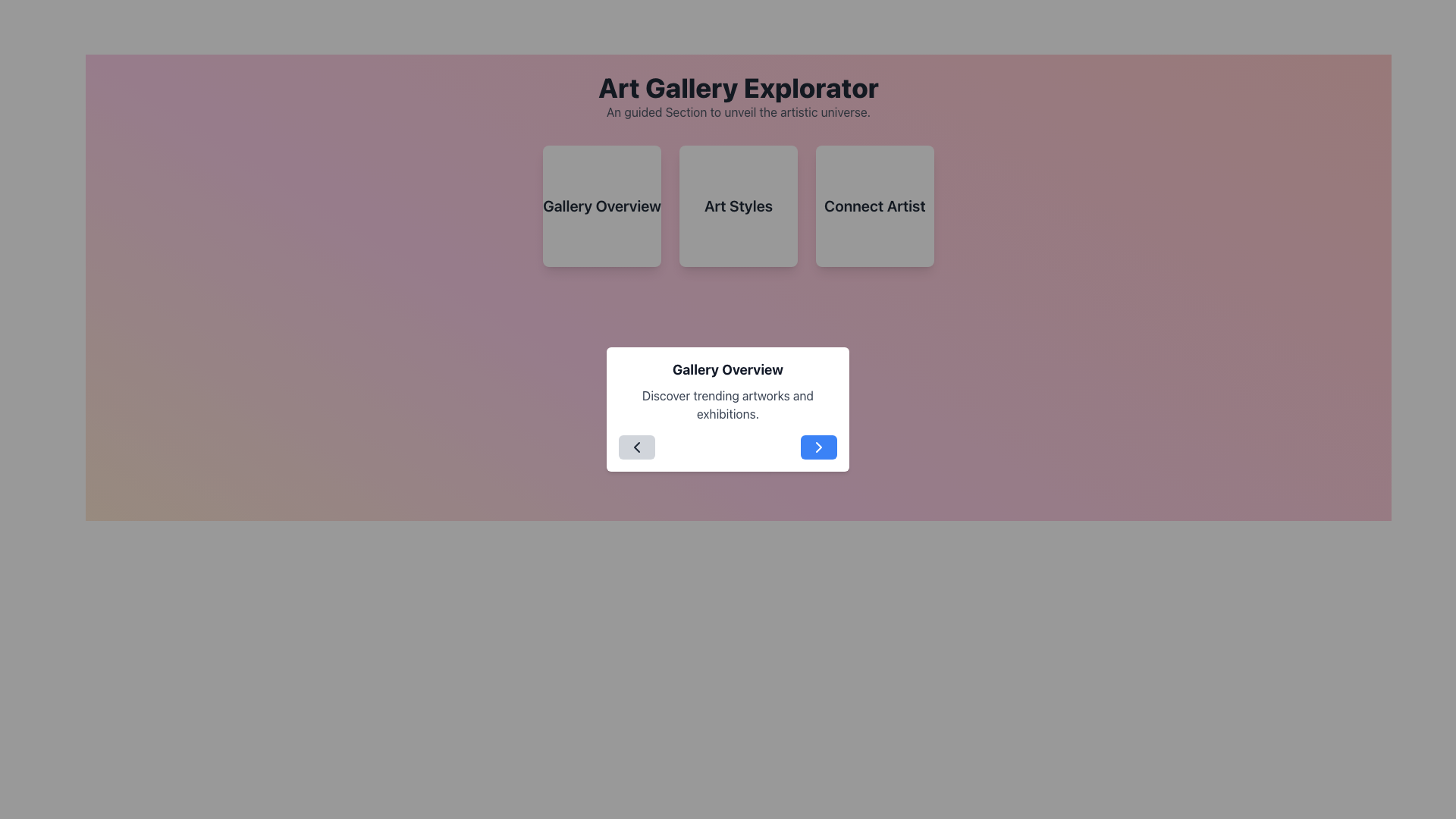 Image resolution: width=1456 pixels, height=819 pixels. Describe the element at coordinates (601, 206) in the screenshot. I see `text label that identifies the leftmost card in the row of three containers, which is located under the text 'Art Gallery Explorator'` at that location.